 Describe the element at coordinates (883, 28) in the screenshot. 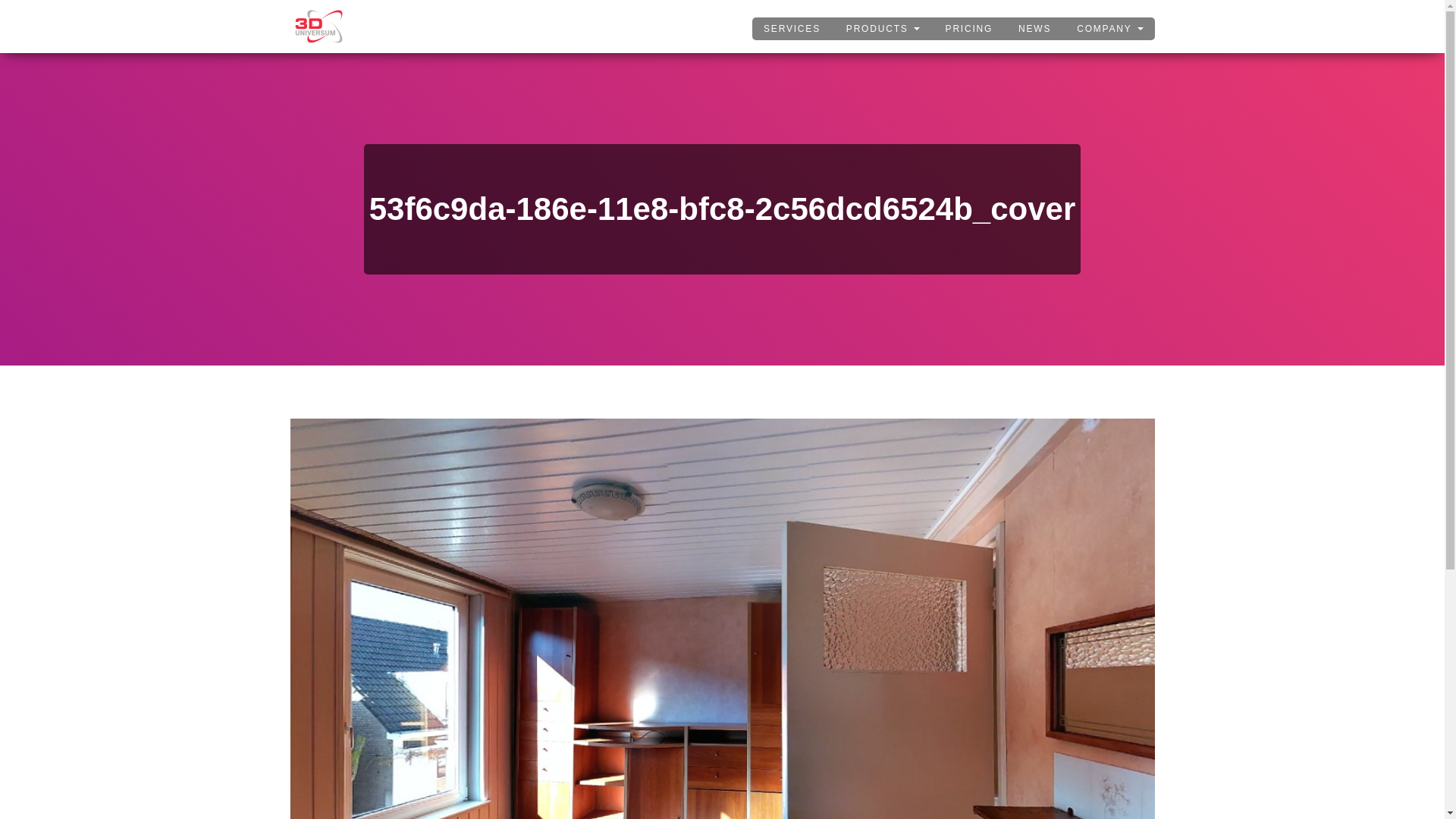

I see `'PRODUCTS'` at that location.